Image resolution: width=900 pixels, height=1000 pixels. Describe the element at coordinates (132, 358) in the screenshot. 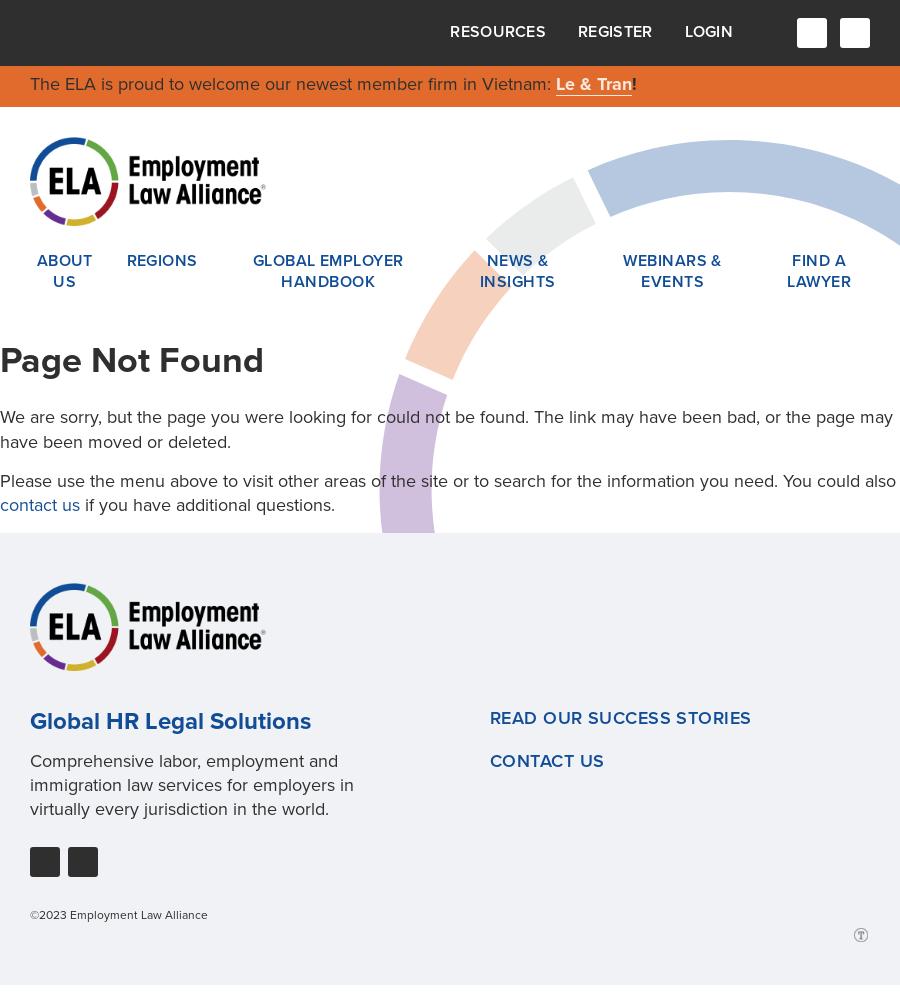

I see `'Page Not Found'` at that location.